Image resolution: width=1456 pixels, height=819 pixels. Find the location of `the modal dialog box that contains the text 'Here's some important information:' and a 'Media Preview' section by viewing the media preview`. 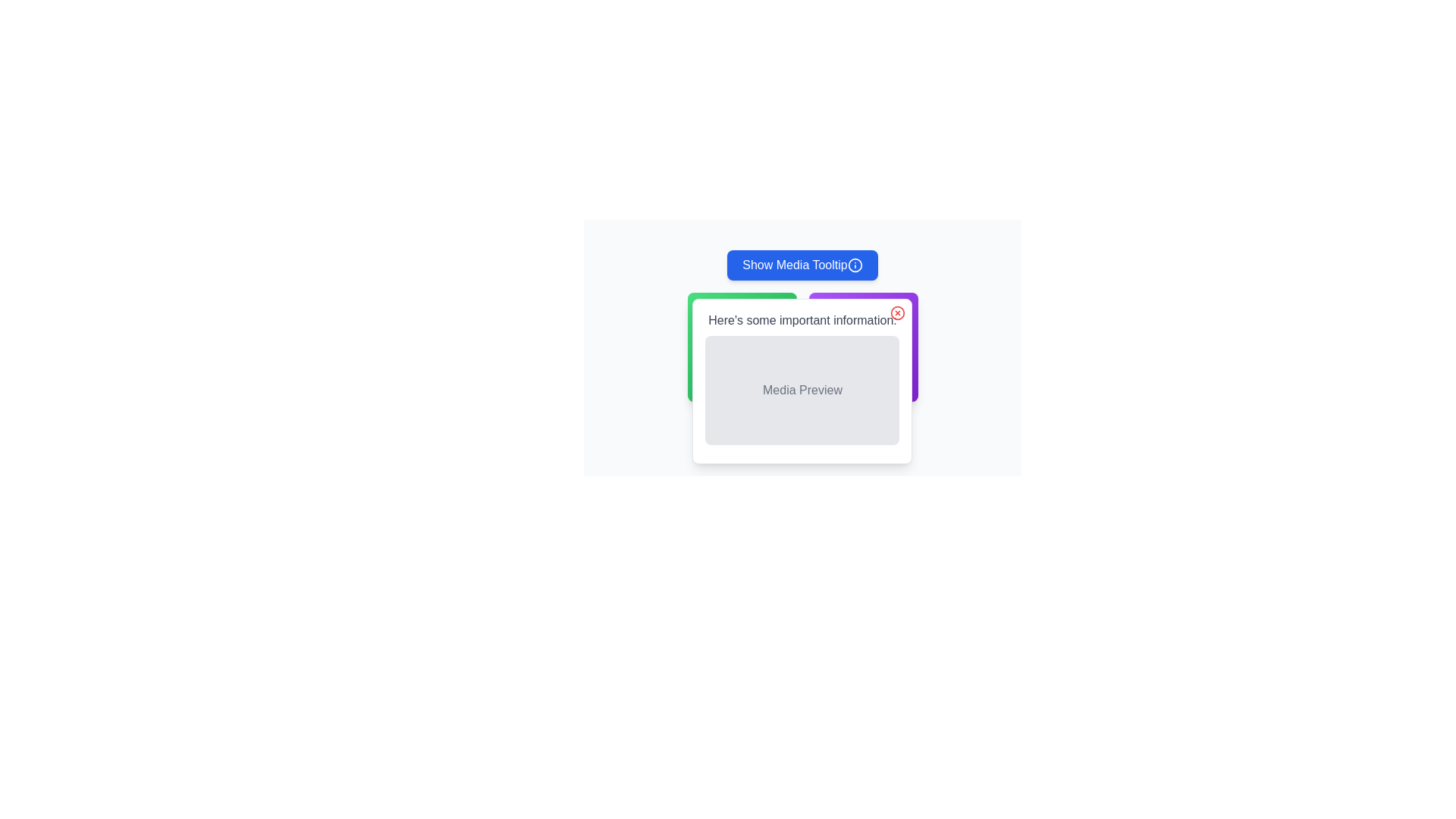

the modal dialog box that contains the text 'Here's some important information:' and a 'Media Preview' section by viewing the media preview is located at coordinates (802, 338).